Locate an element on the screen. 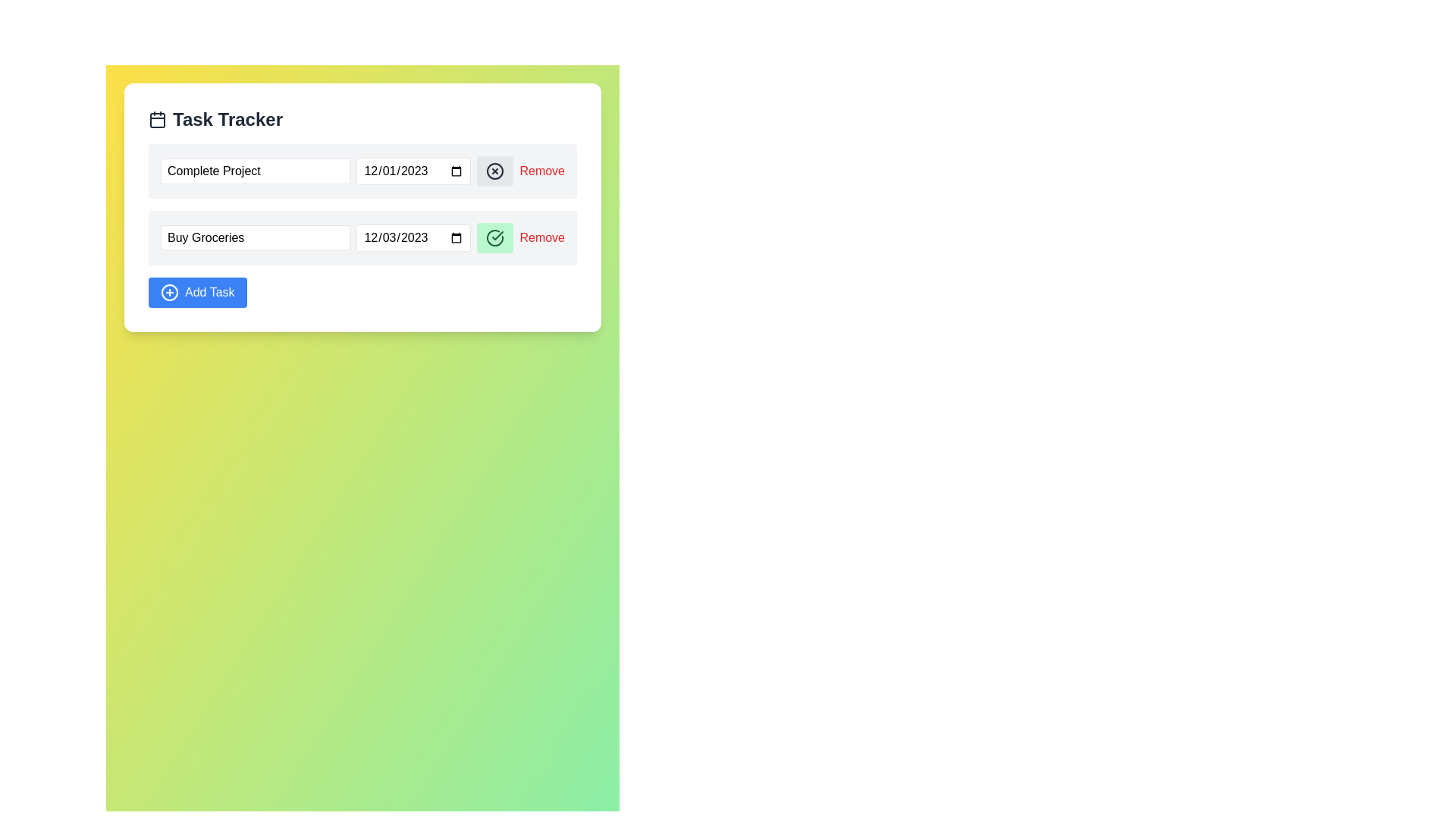 The width and height of the screenshot is (1456, 819). the text input field for editing the task name, which currently displays 'Complete Project' is located at coordinates (256, 171).